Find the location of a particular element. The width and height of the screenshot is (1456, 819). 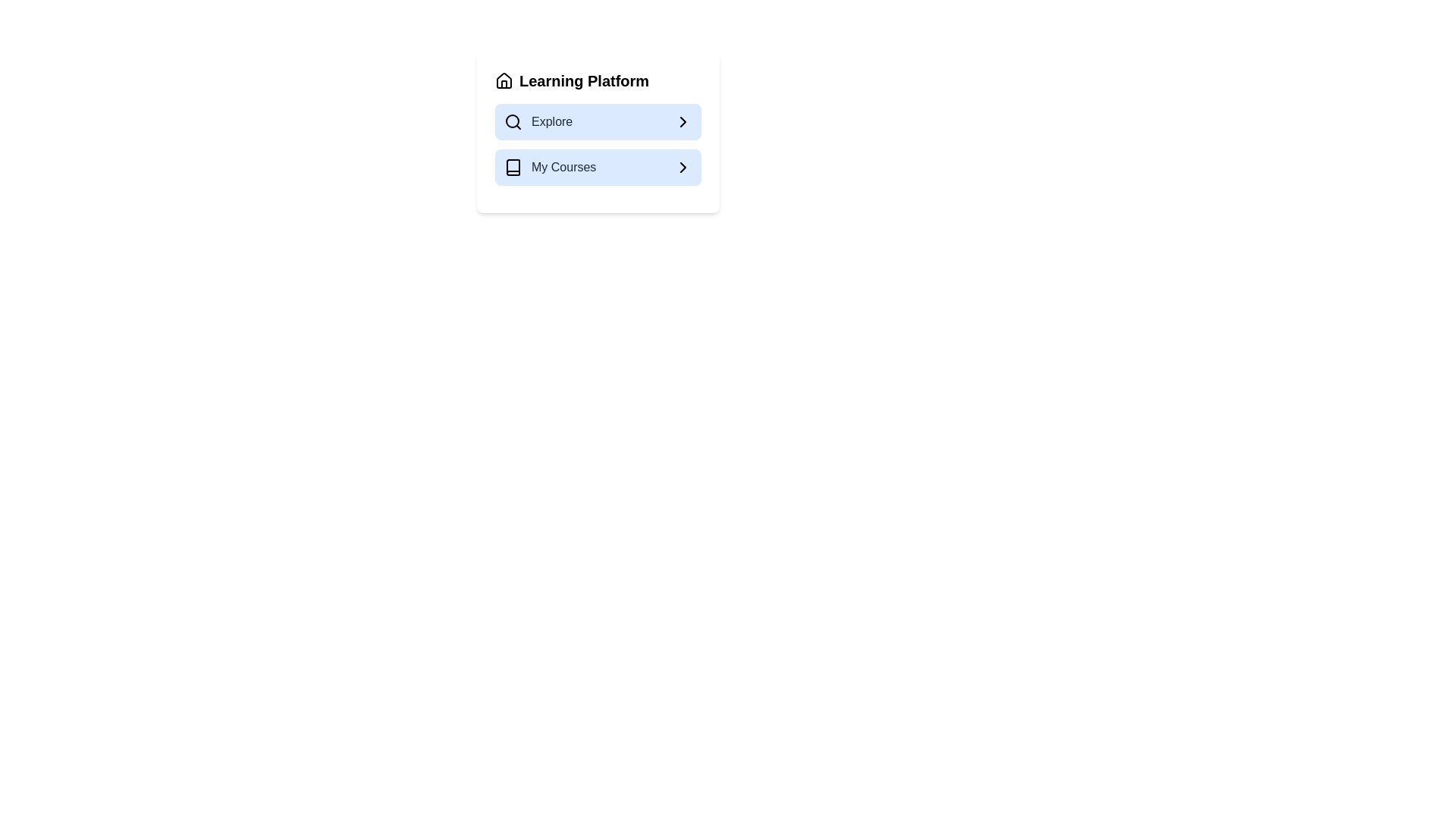

the 'My Courses' button located below the 'Explore' button in the 'Learning Platform' card is located at coordinates (597, 167).